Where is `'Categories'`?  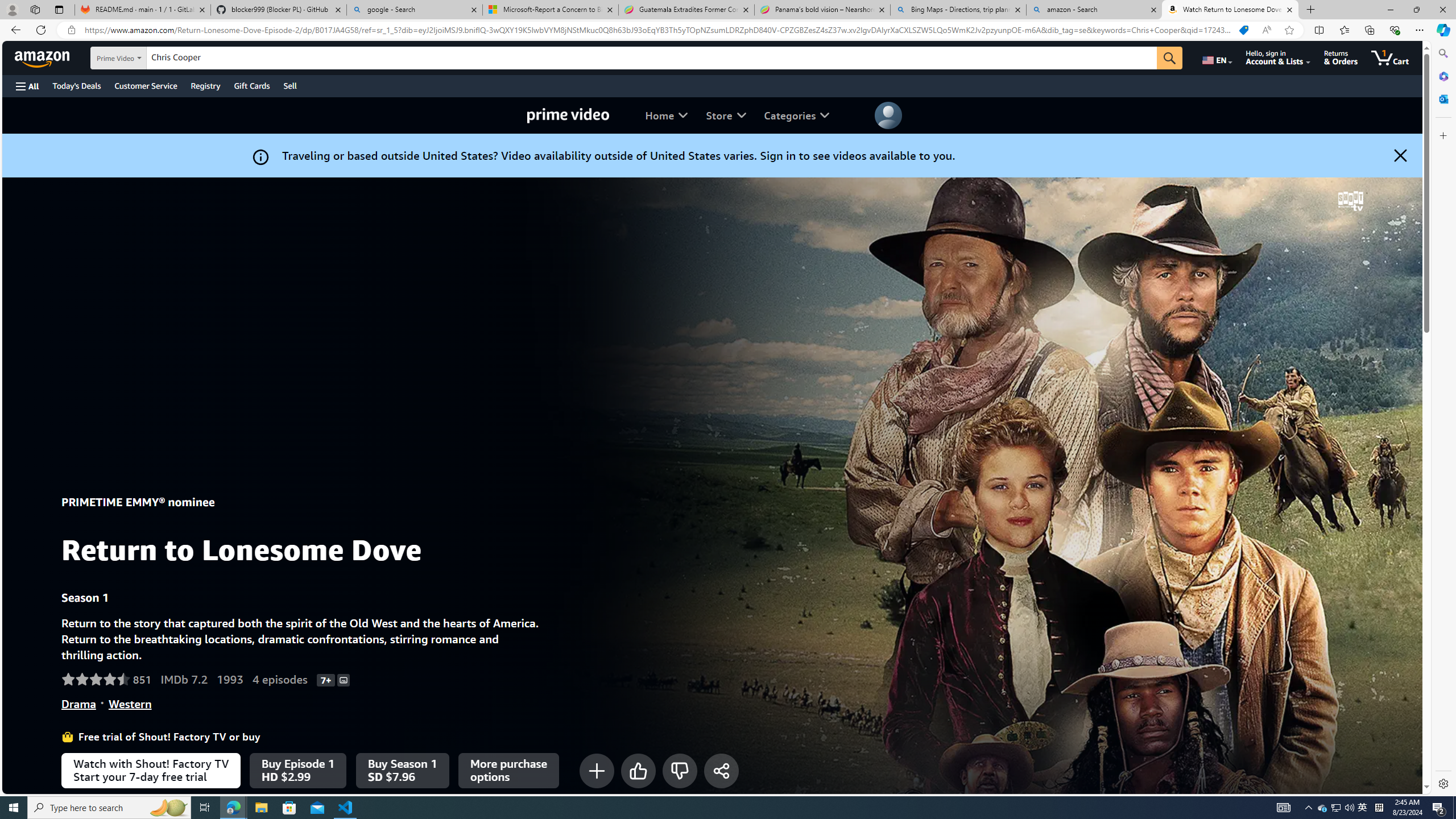
'Categories' is located at coordinates (796, 115).